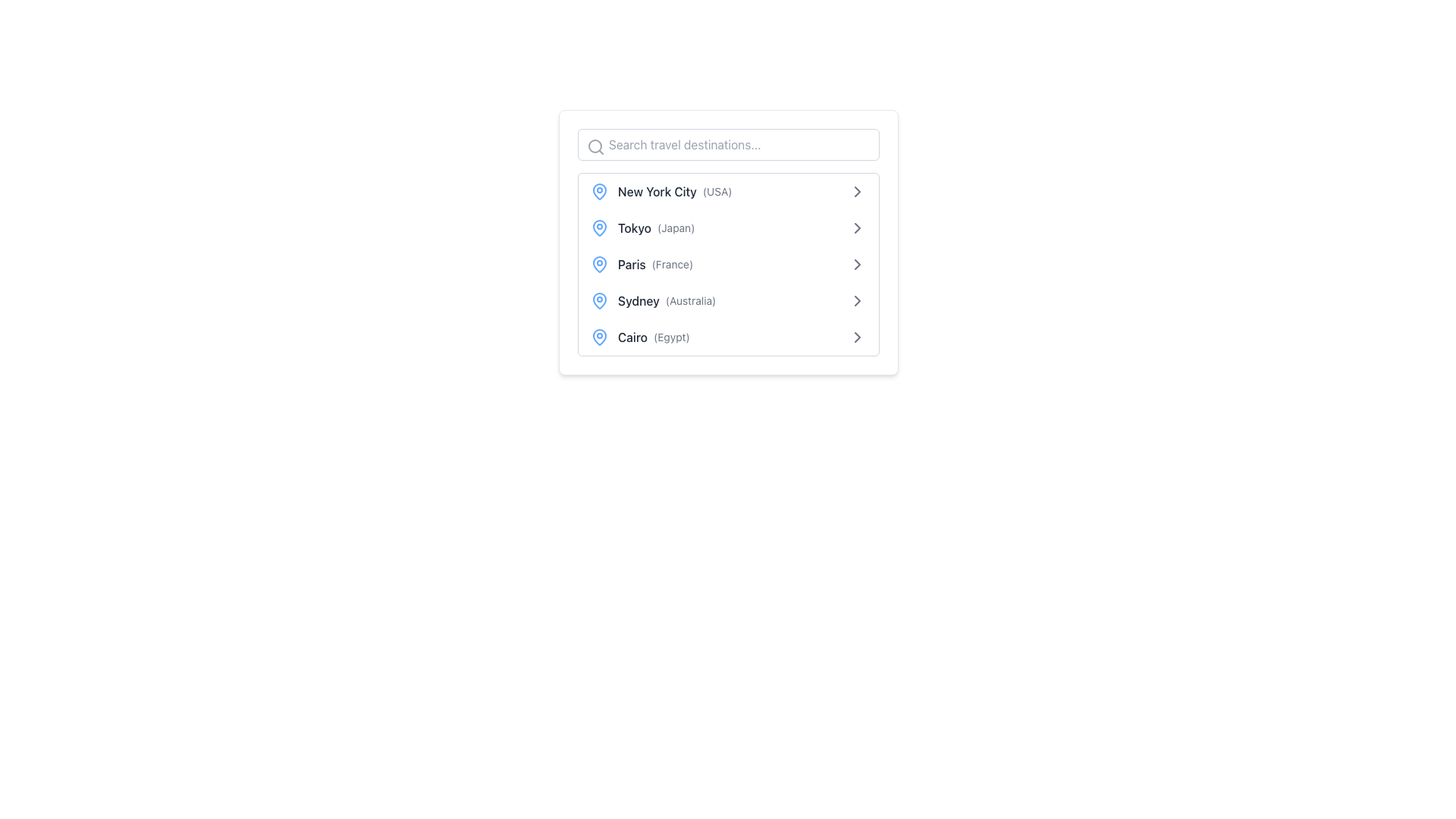 The height and width of the screenshot is (819, 1456). Describe the element at coordinates (599, 335) in the screenshot. I see `the map pin icon located in the fifth item of the vertical list of locations` at that location.